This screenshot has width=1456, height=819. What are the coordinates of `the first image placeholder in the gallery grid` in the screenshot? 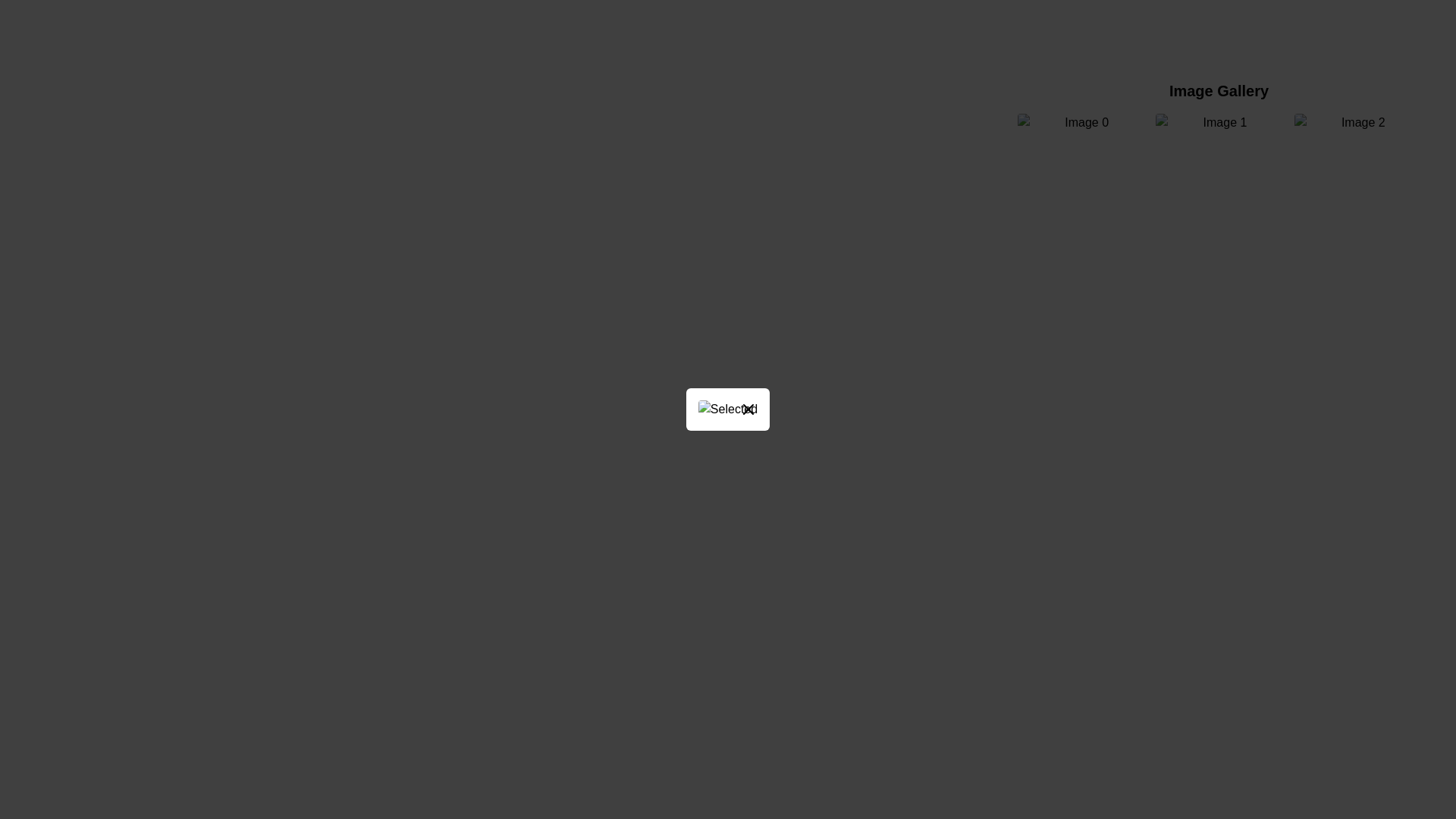 It's located at (1080, 122).